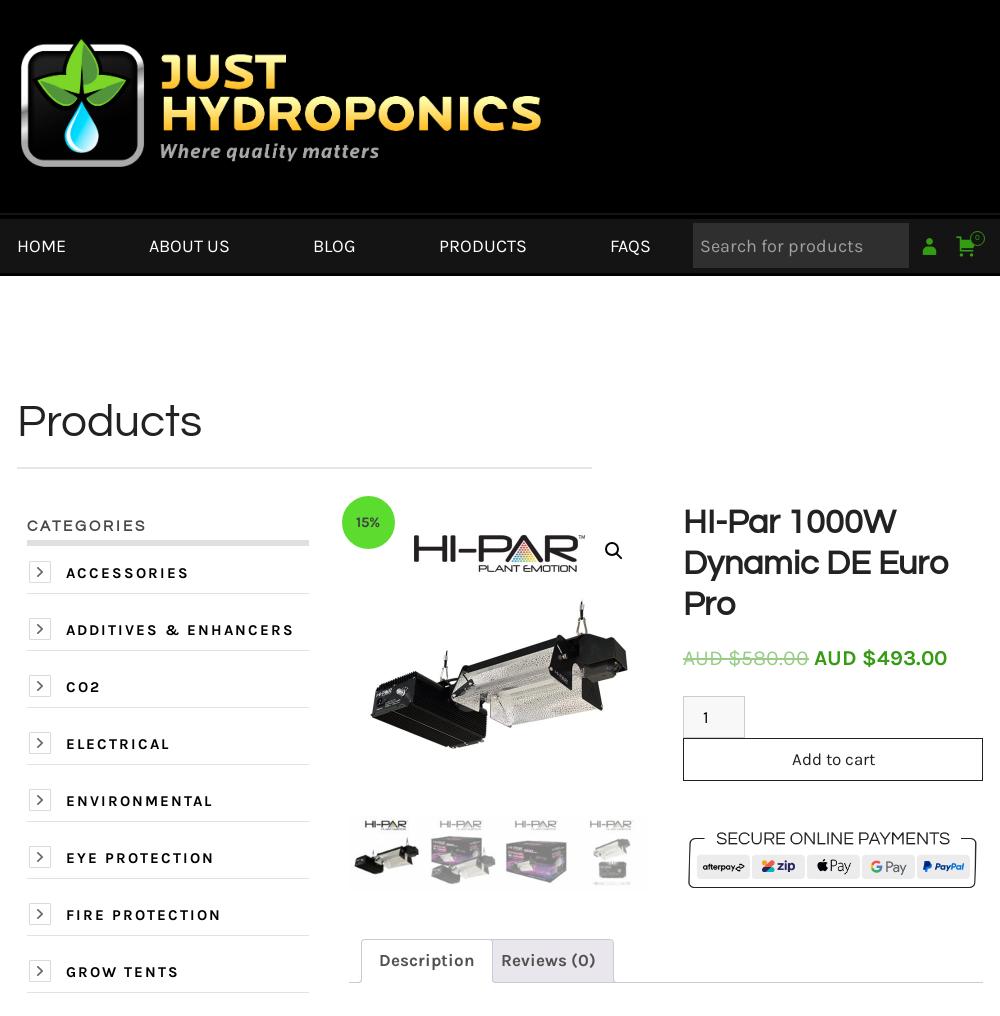  Describe the element at coordinates (775, 656) in the screenshot. I see `'580.00'` at that location.